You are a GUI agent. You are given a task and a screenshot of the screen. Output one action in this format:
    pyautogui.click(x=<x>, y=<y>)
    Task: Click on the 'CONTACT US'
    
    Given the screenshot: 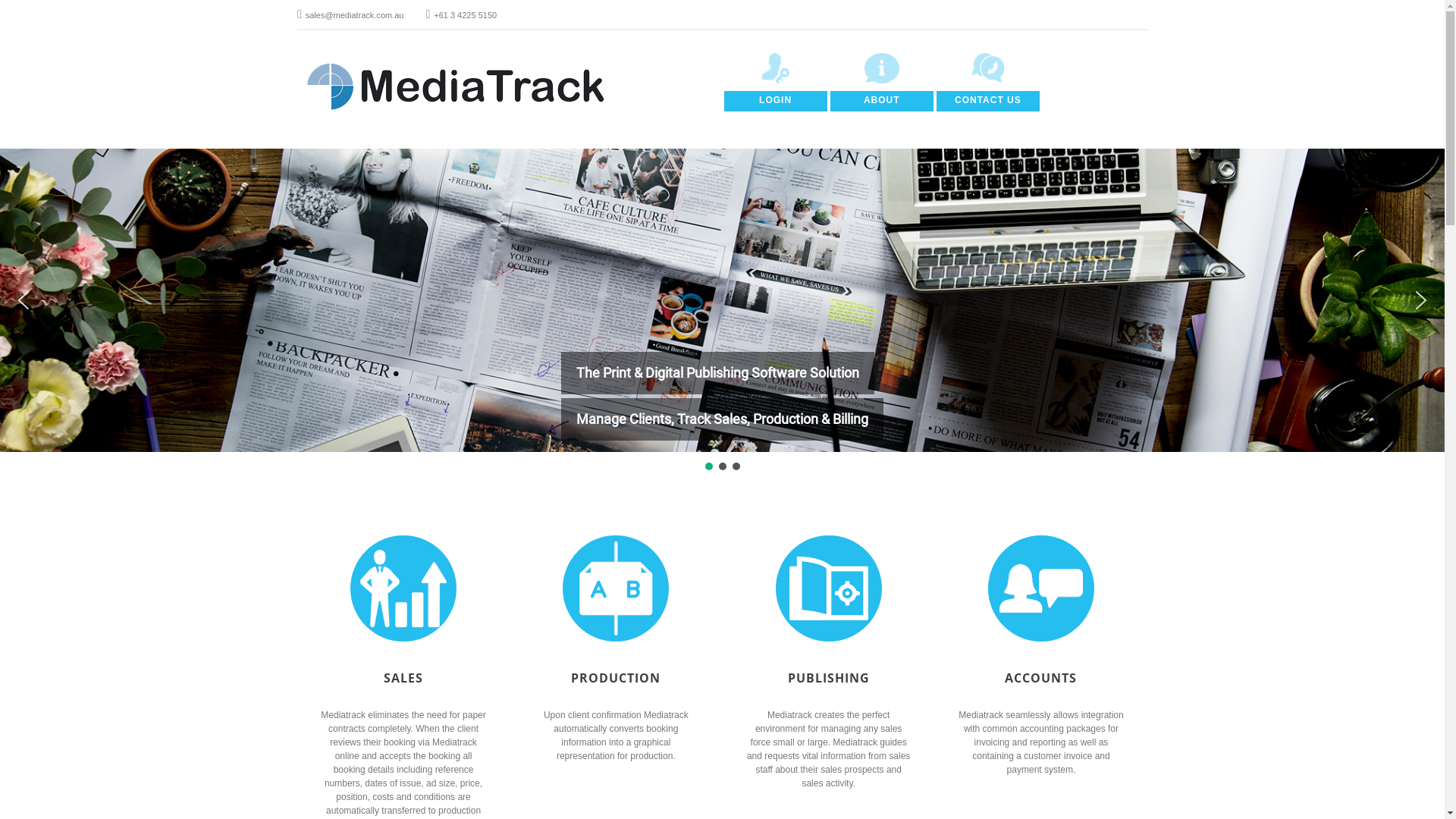 What is the action you would take?
    pyautogui.click(x=987, y=101)
    